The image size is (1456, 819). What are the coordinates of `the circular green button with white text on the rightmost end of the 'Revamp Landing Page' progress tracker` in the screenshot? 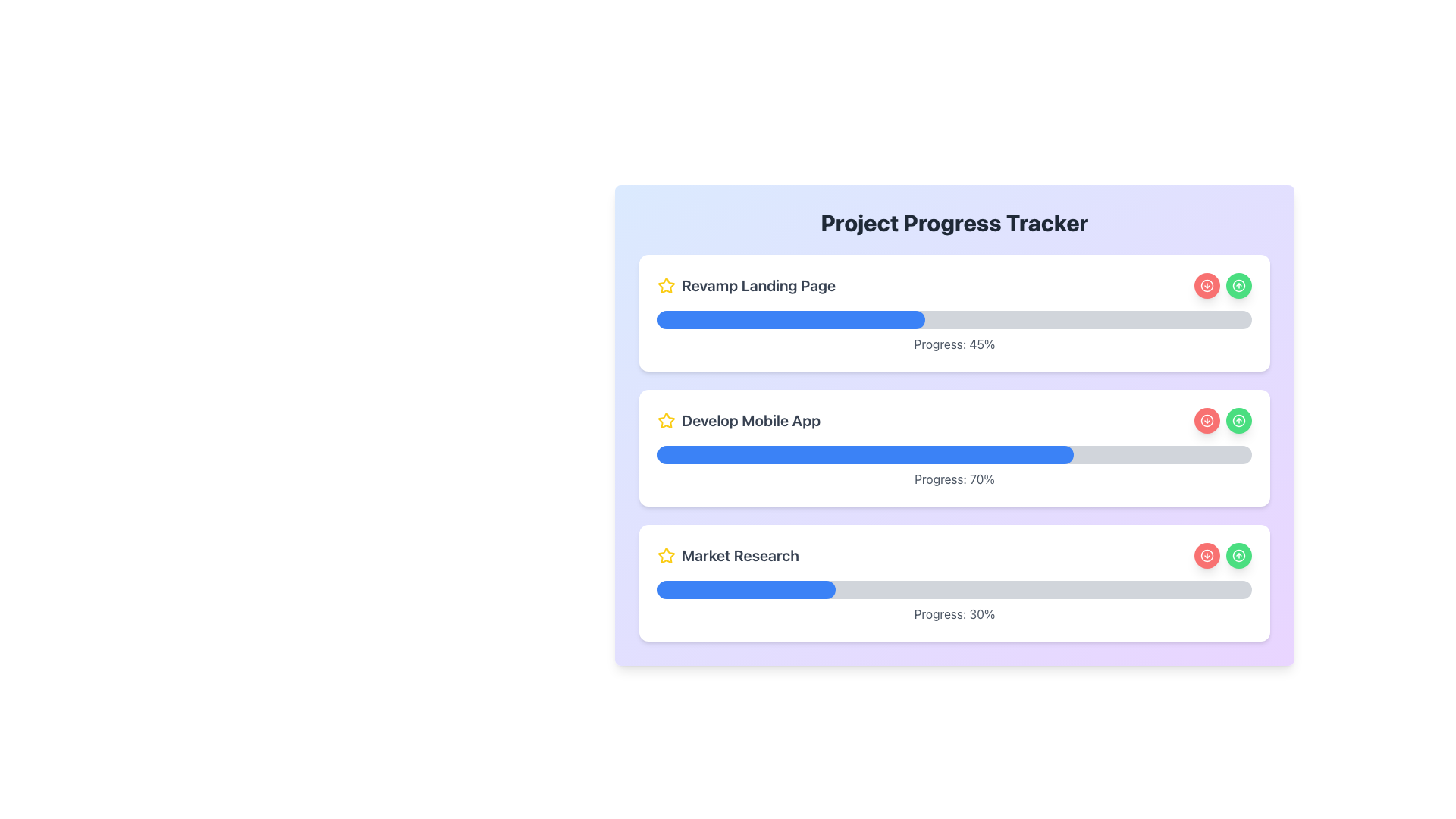 It's located at (1238, 286).